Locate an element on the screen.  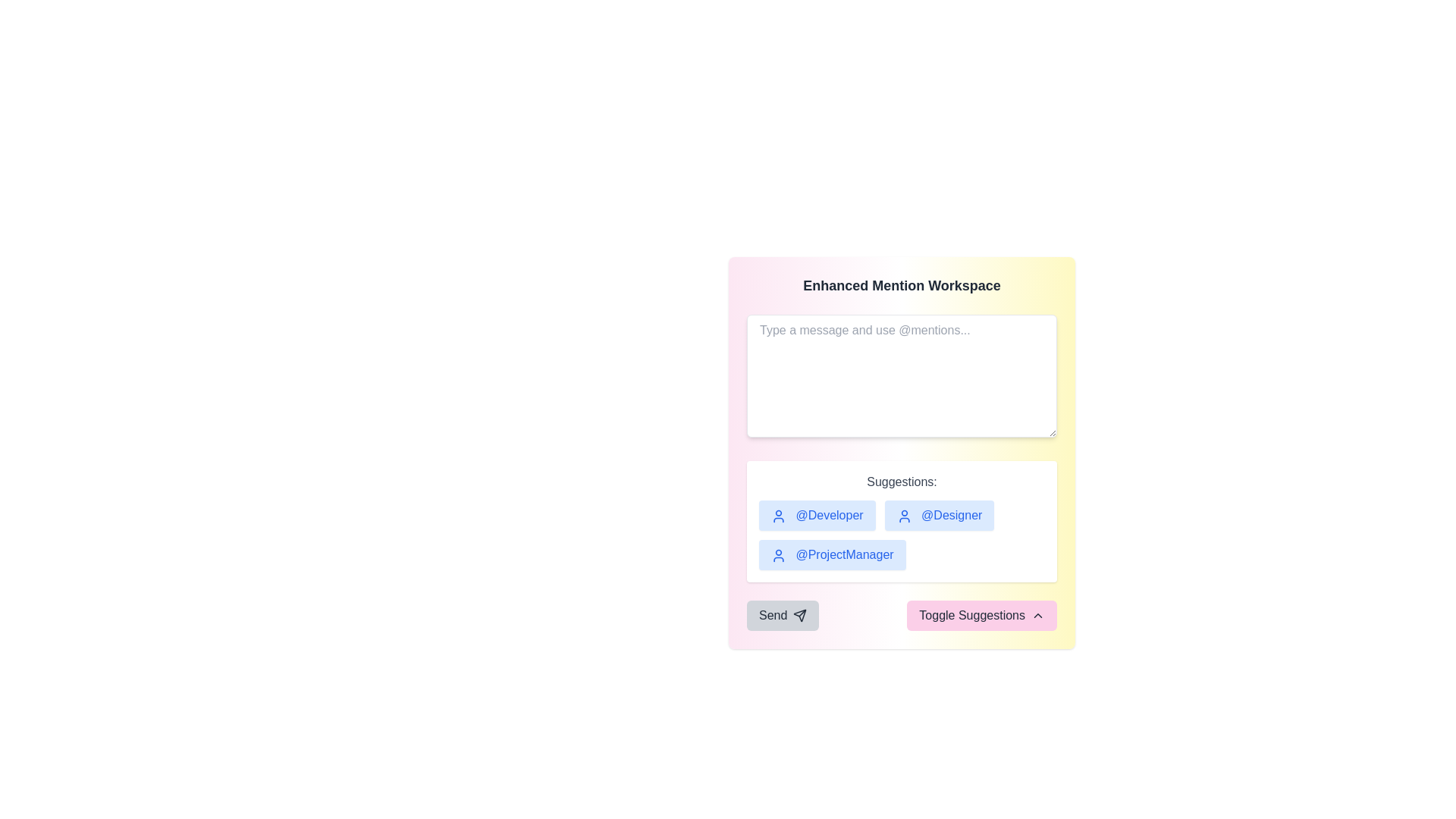
the user icon, which has a circular head and semi-circular shoulders, located is located at coordinates (779, 555).